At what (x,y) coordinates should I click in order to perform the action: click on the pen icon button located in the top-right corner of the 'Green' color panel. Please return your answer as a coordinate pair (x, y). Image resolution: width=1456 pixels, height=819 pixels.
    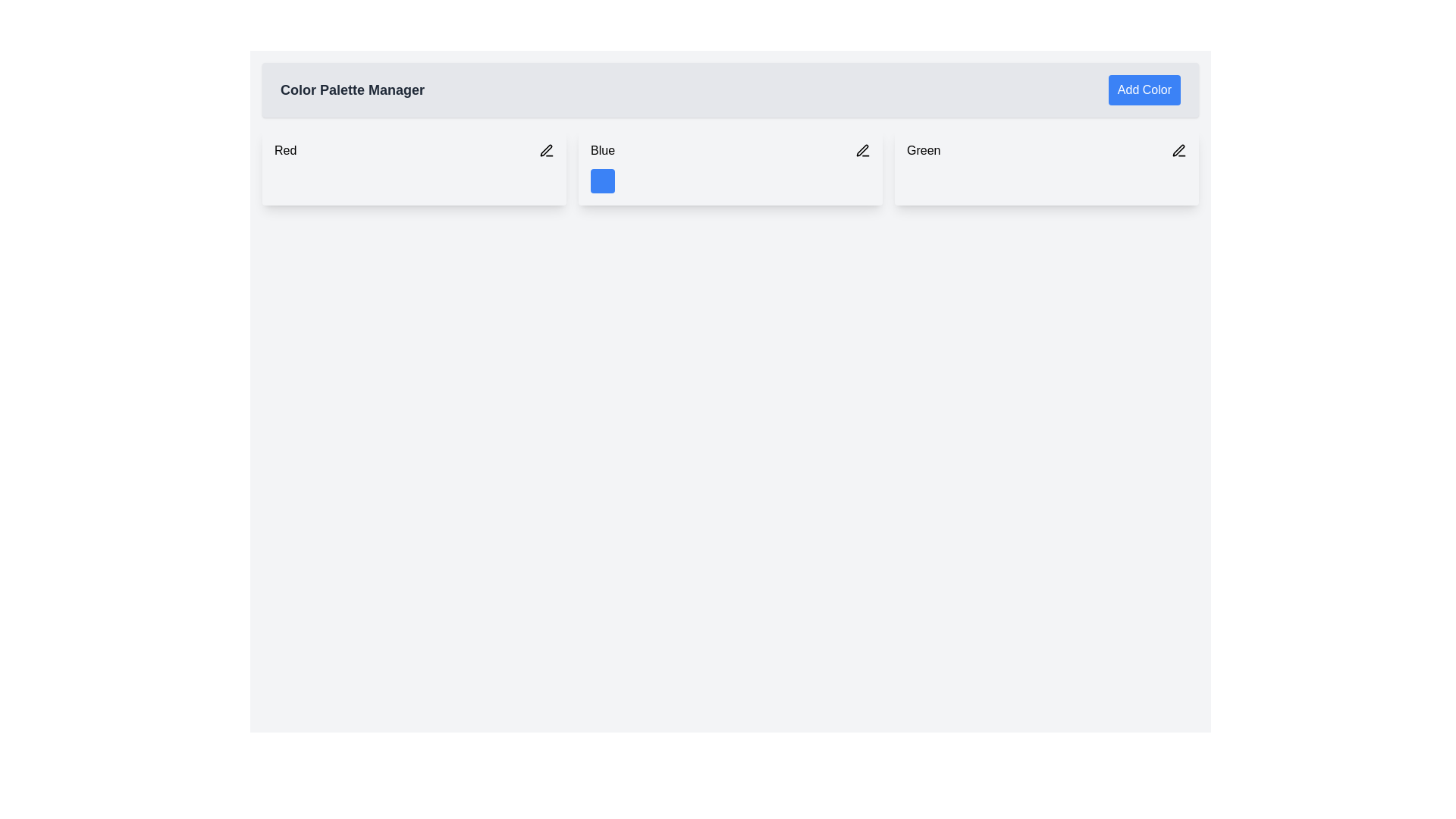
    Looking at the image, I should click on (1178, 151).